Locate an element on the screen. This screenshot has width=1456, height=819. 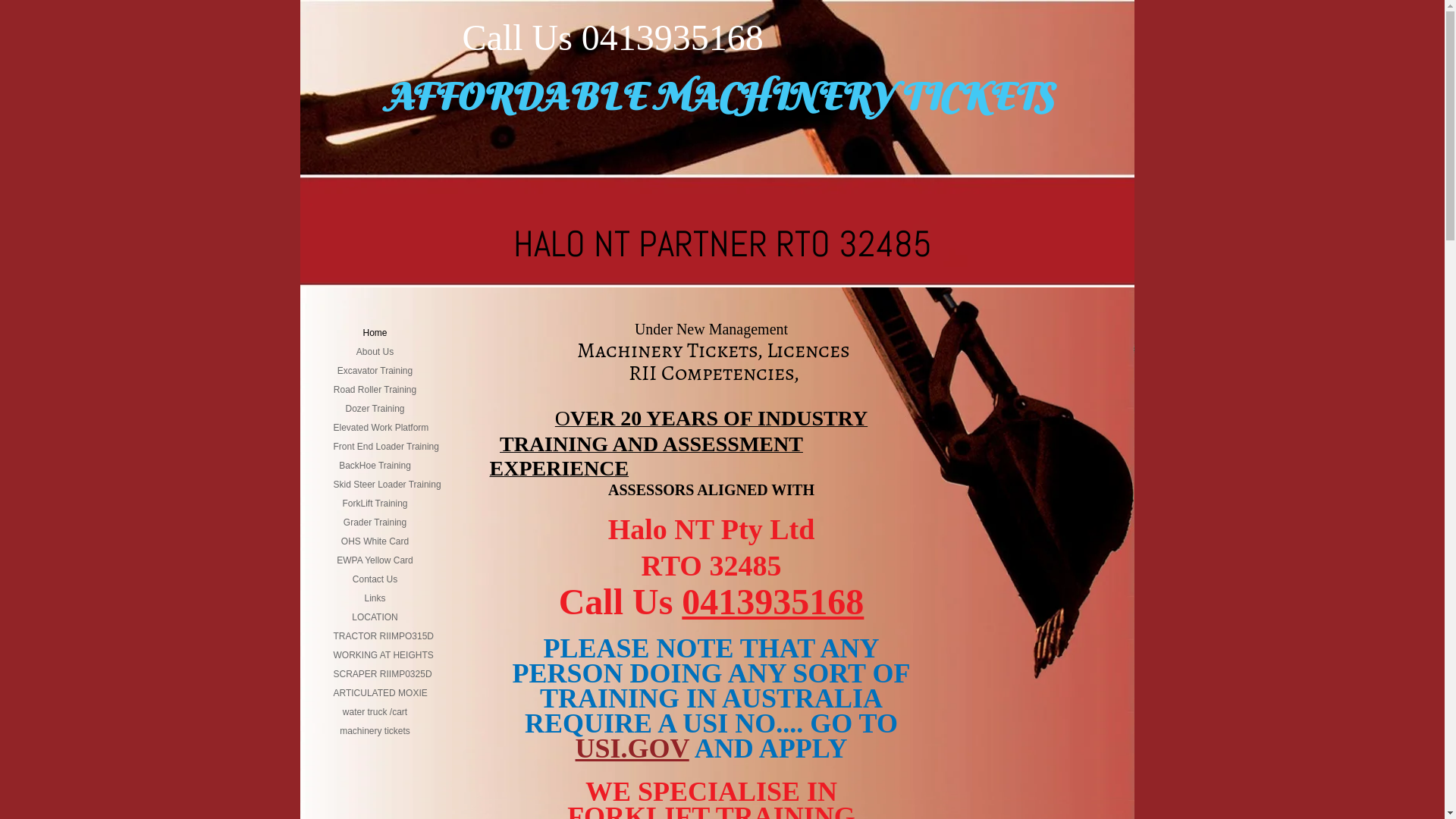
'Road Roller Training' is located at coordinates (375, 388).